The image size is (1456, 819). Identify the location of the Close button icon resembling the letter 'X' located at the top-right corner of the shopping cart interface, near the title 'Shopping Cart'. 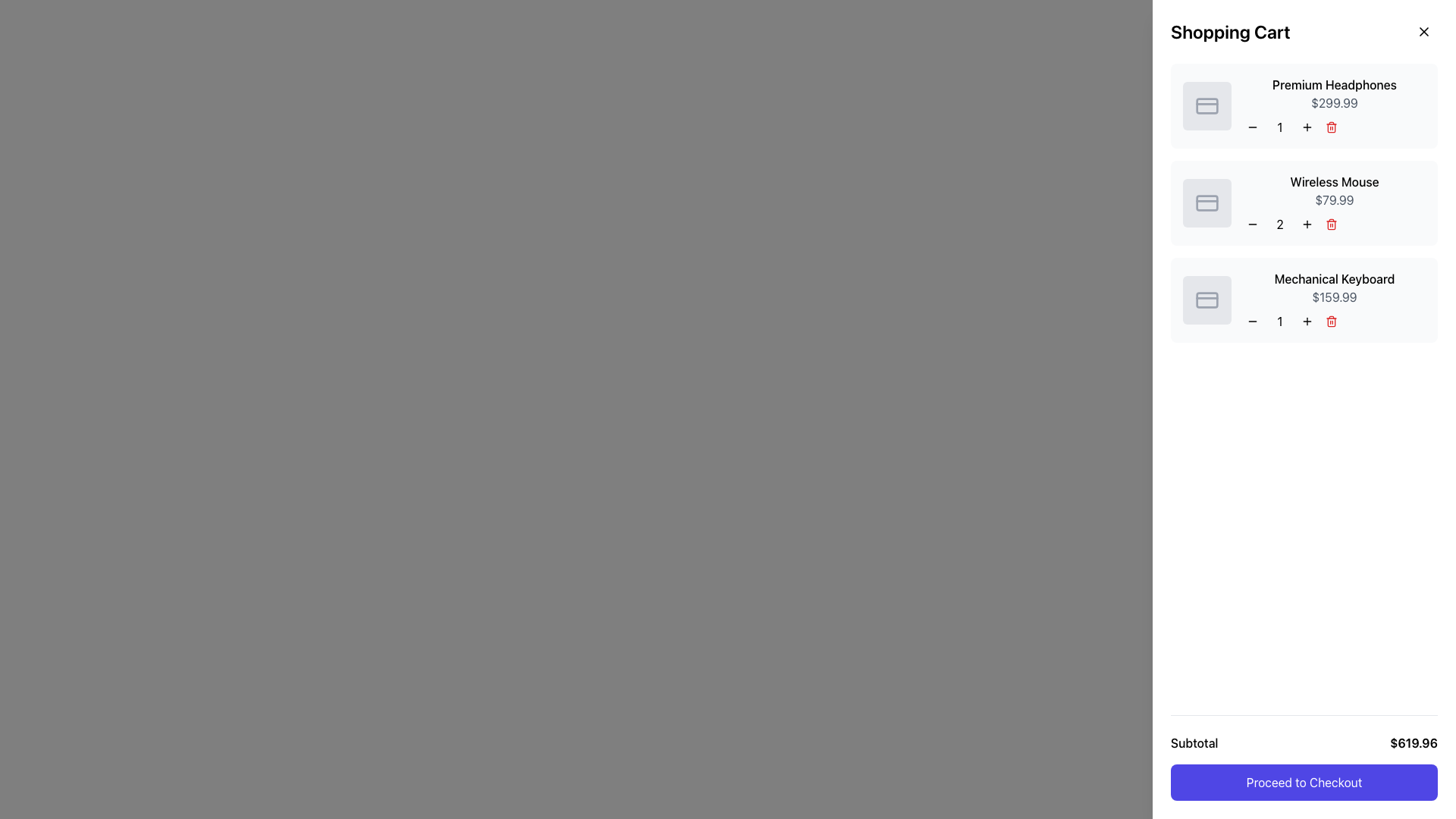
(1423, 32).